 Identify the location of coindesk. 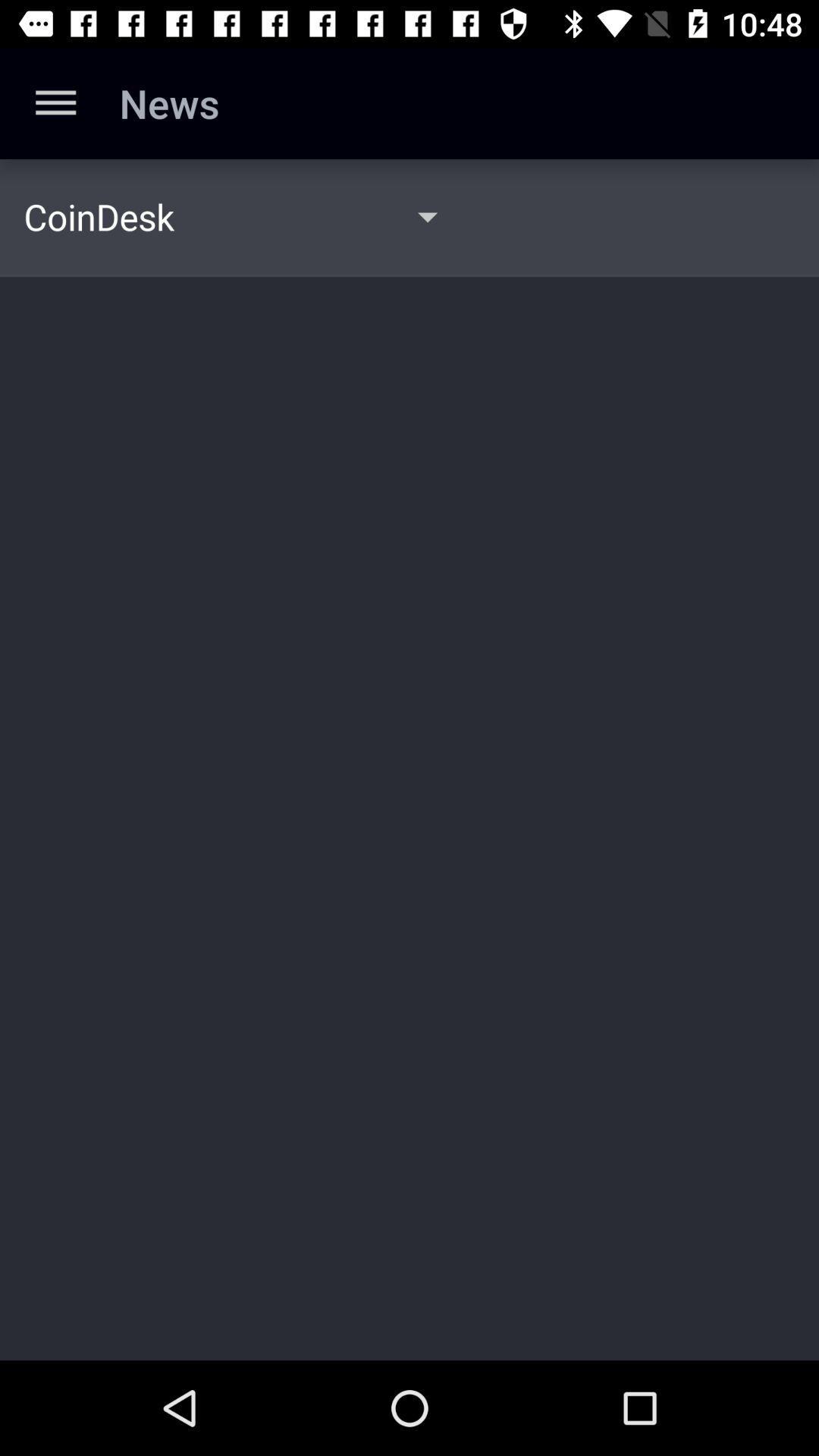
(99, 215).